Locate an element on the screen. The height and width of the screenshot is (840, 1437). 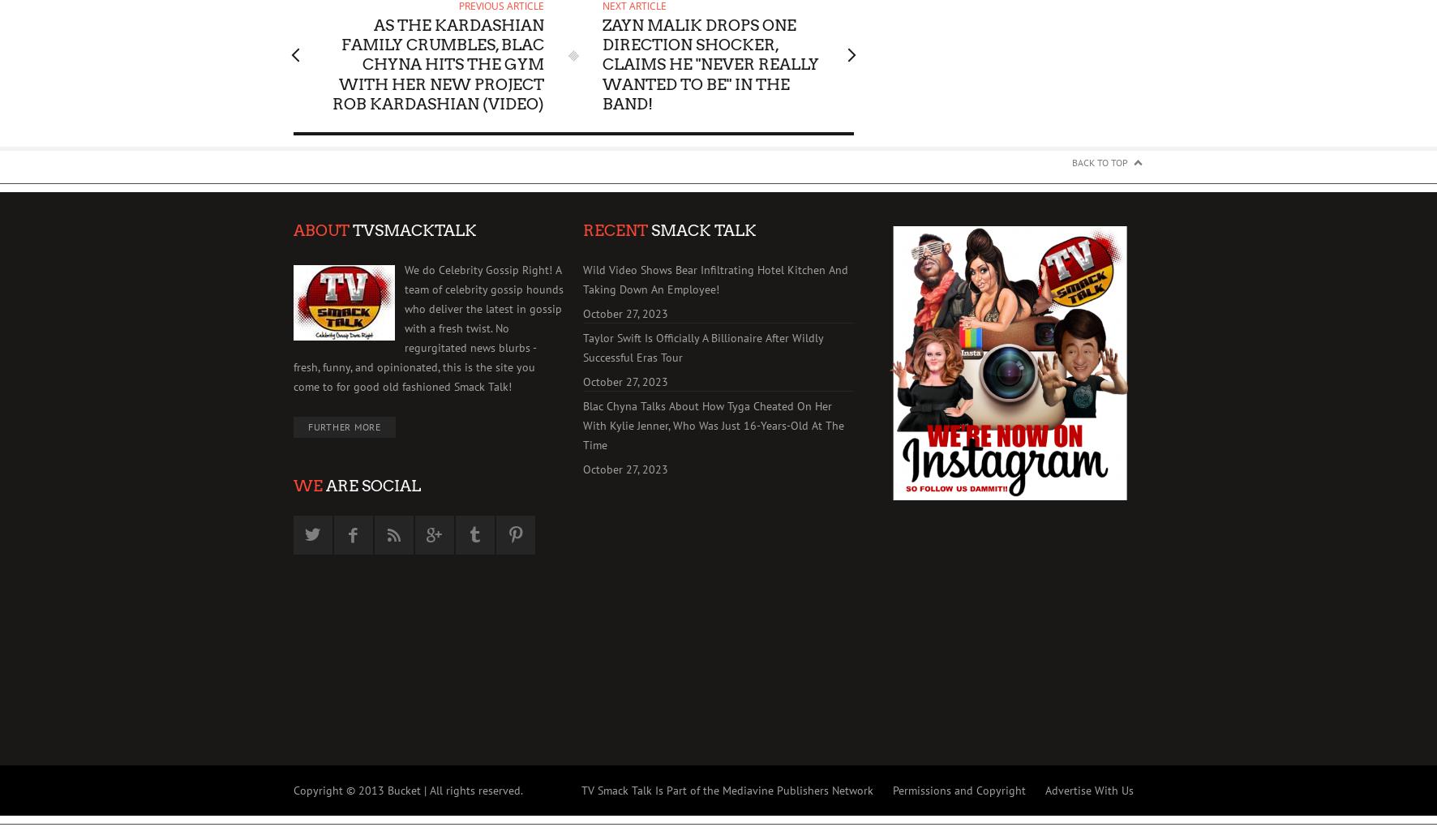
'As The Kardashian Family Crumbles, Blac Chyna Hits The Gym With Her New Project Rob Kardashian (VIDEO)' is located at coordinates (437, 64).